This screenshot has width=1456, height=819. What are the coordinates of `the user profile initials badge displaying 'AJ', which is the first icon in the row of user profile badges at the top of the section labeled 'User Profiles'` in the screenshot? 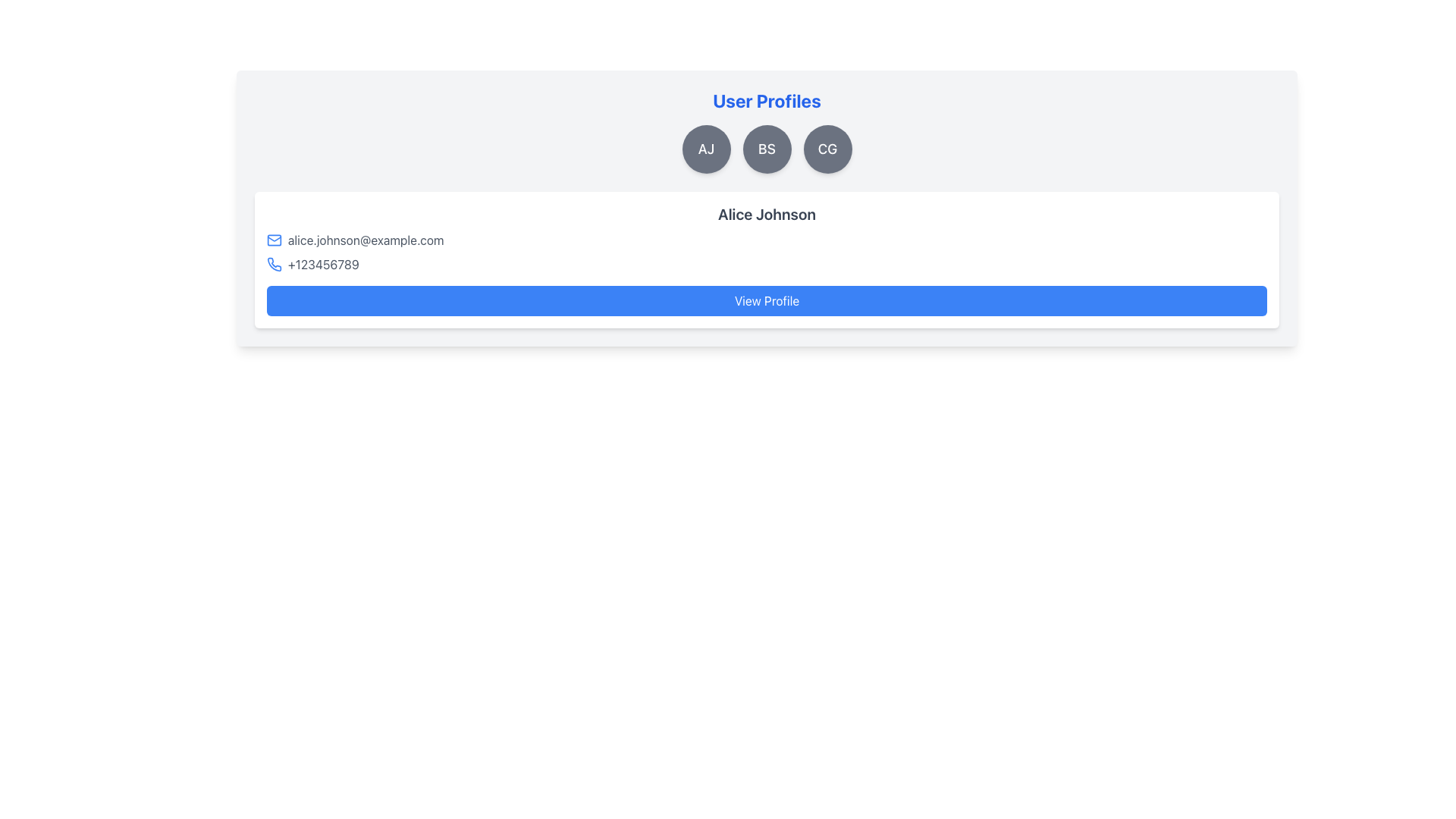 It's located at (705, 149).